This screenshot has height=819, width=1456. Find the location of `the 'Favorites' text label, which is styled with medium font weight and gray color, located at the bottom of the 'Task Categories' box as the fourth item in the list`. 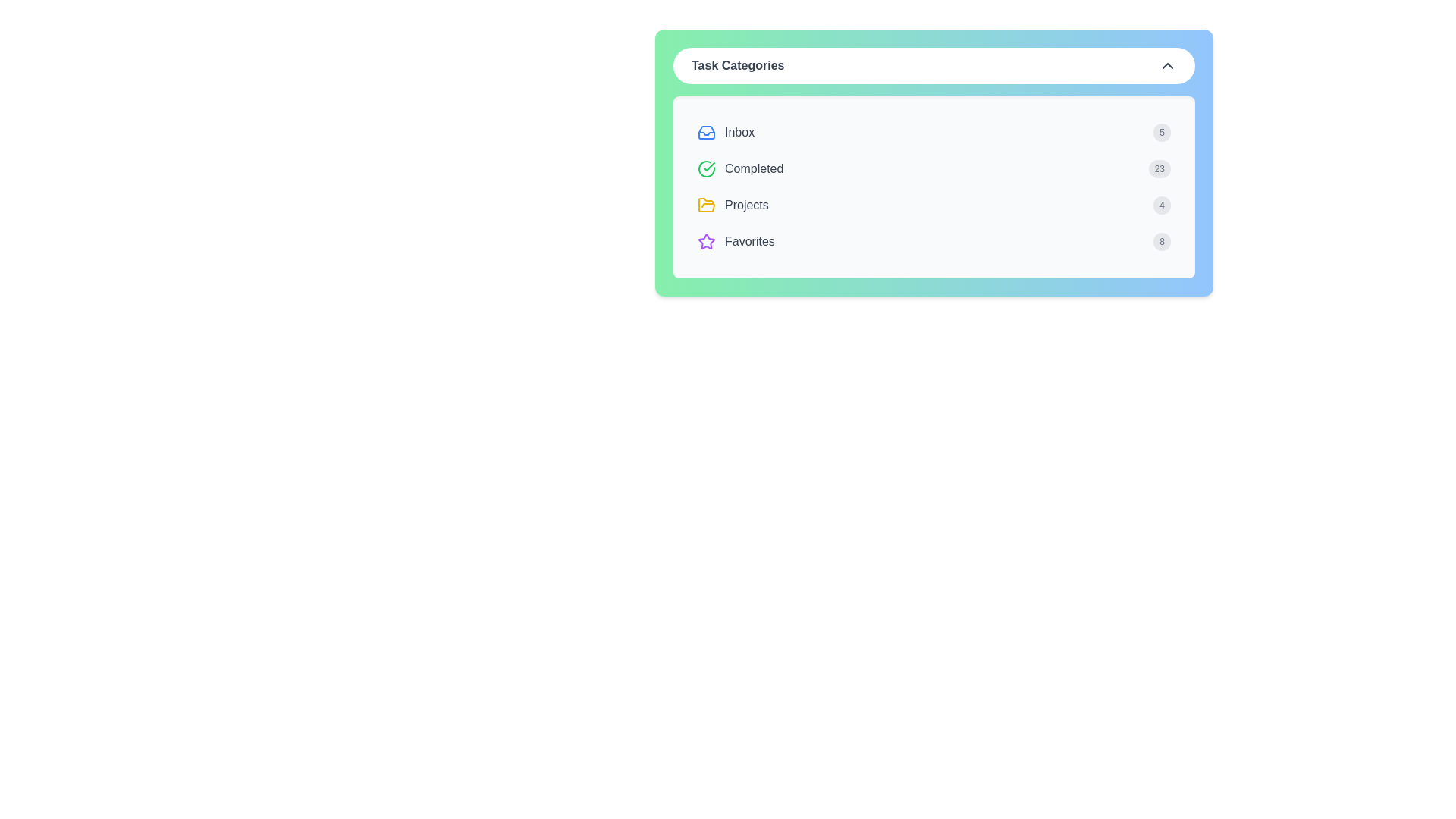

the 'Favorites' text label, which is styled with medium font weight and gray color, located at the bottom of the 'Task Categories' box as the fourth item in the list is located at coordinates (749, 241).